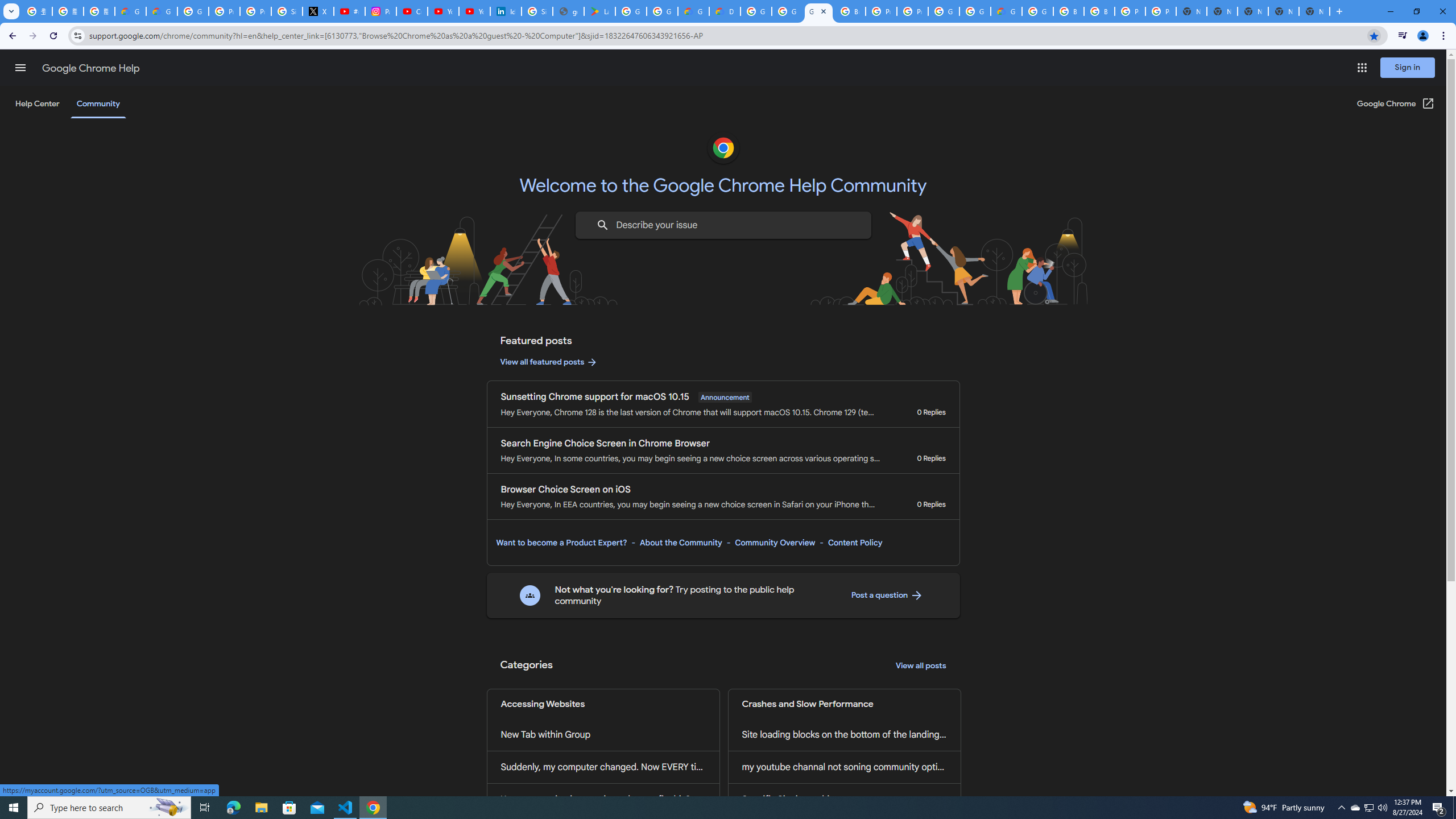 Image resolution: width=1456 pixels, height=819 pixels. Describe the element at coordinates (1006, 11) in the screenshot. I see `'Google Cloud Estimate Summary'` at that location.